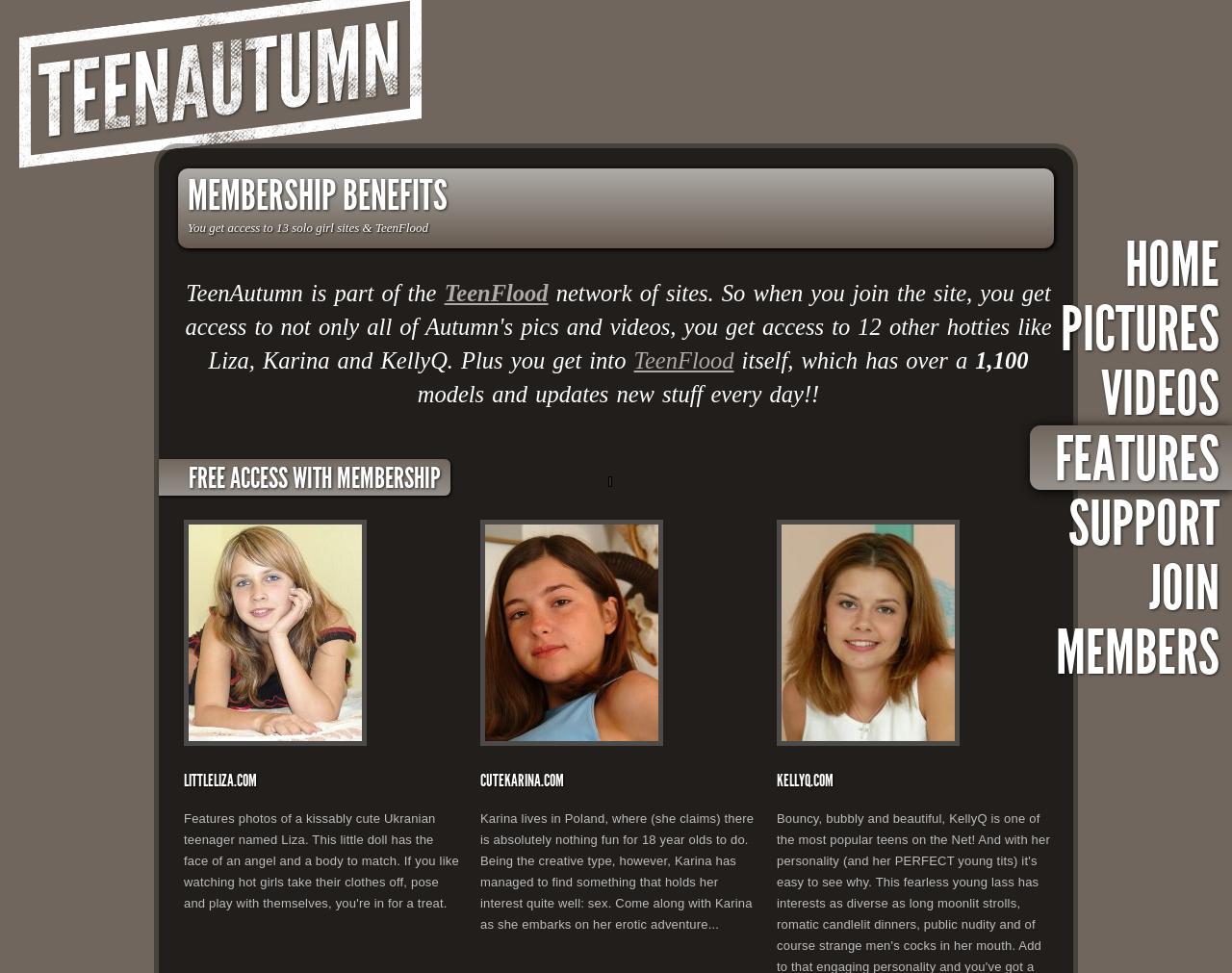  What do you see at coordinates (321, 860) in the screenshot?
I see `'Features photos of a kissably cute Ukranian teenager named Liza. This little doll has the face of an angel and a body to match. If you like watching hot girls take their clothes off, pose and play with themselves, you're in for a treat.'` at bounding box center [321, 860].